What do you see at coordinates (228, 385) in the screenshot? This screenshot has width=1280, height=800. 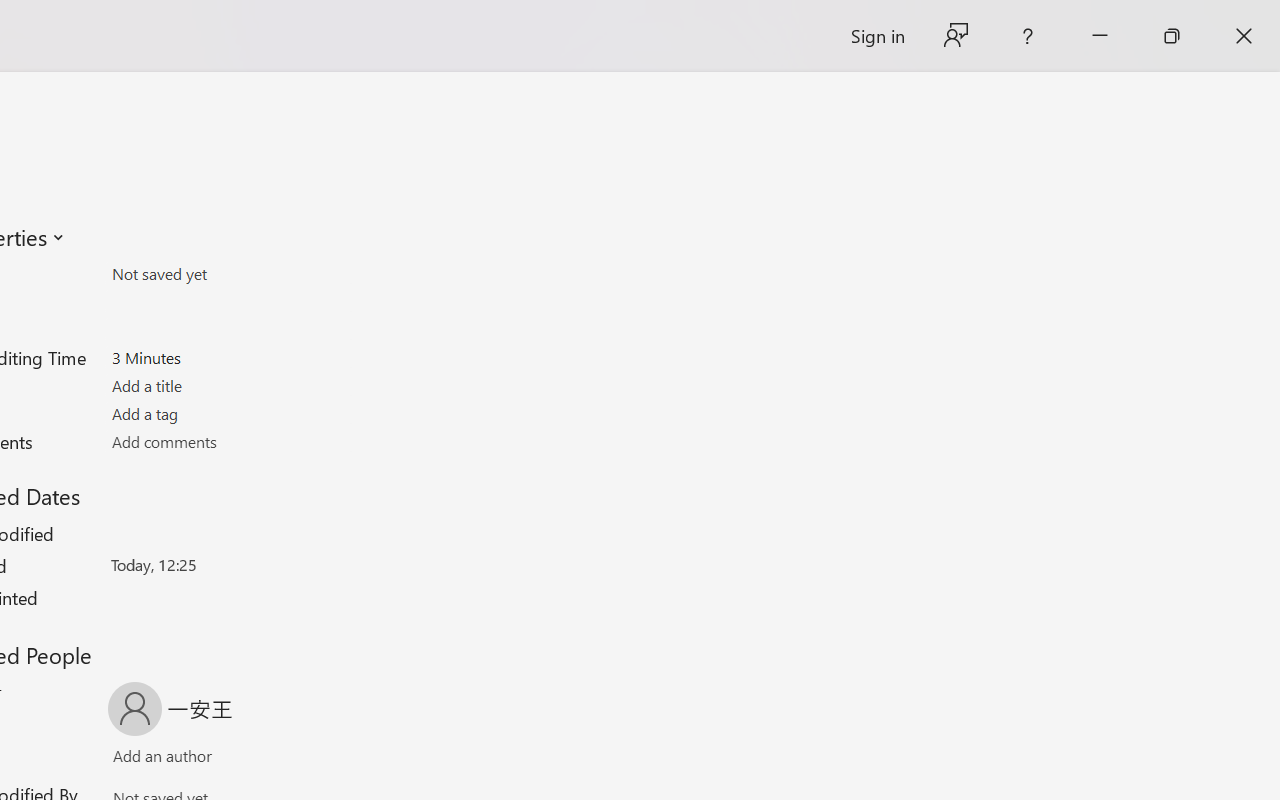 I see `'Title'` at bounding box center [228, 385].